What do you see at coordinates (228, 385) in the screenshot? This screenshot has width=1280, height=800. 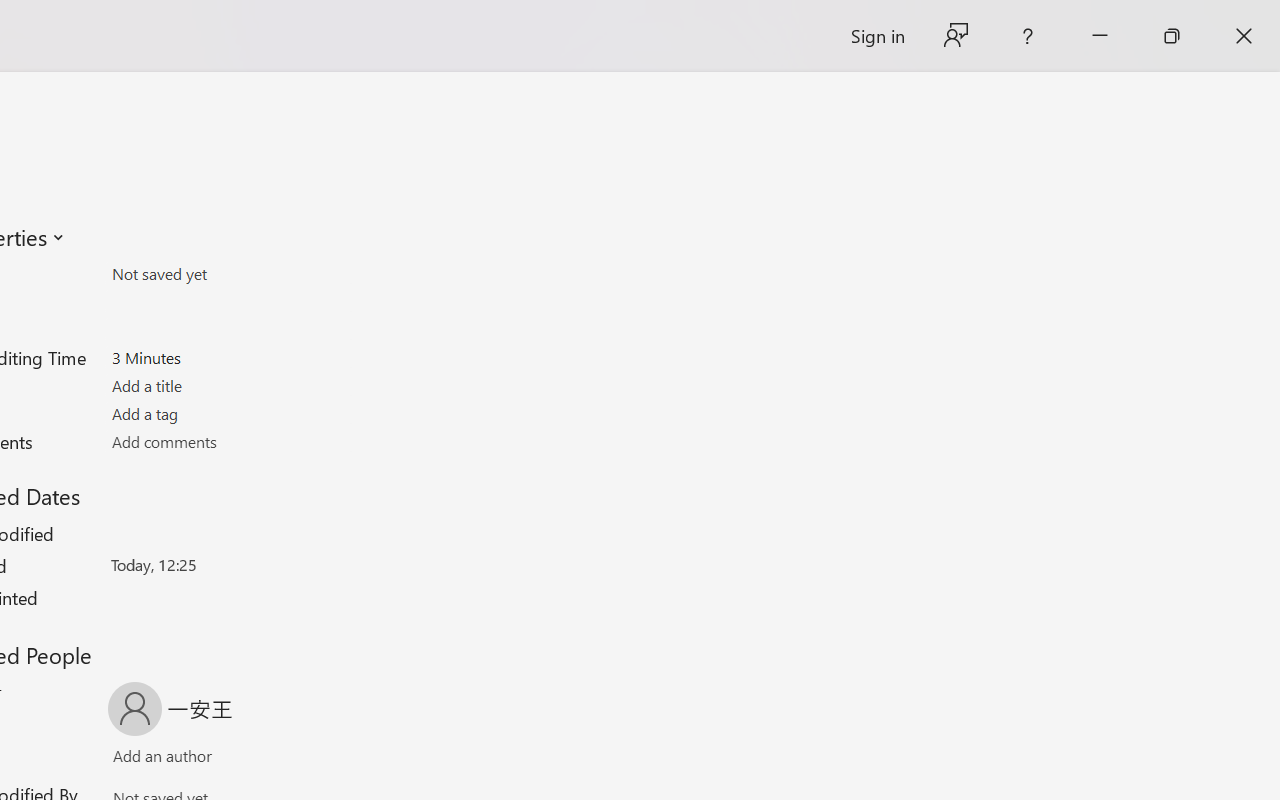 I see `'Title'` at bounding box center [228, 385].